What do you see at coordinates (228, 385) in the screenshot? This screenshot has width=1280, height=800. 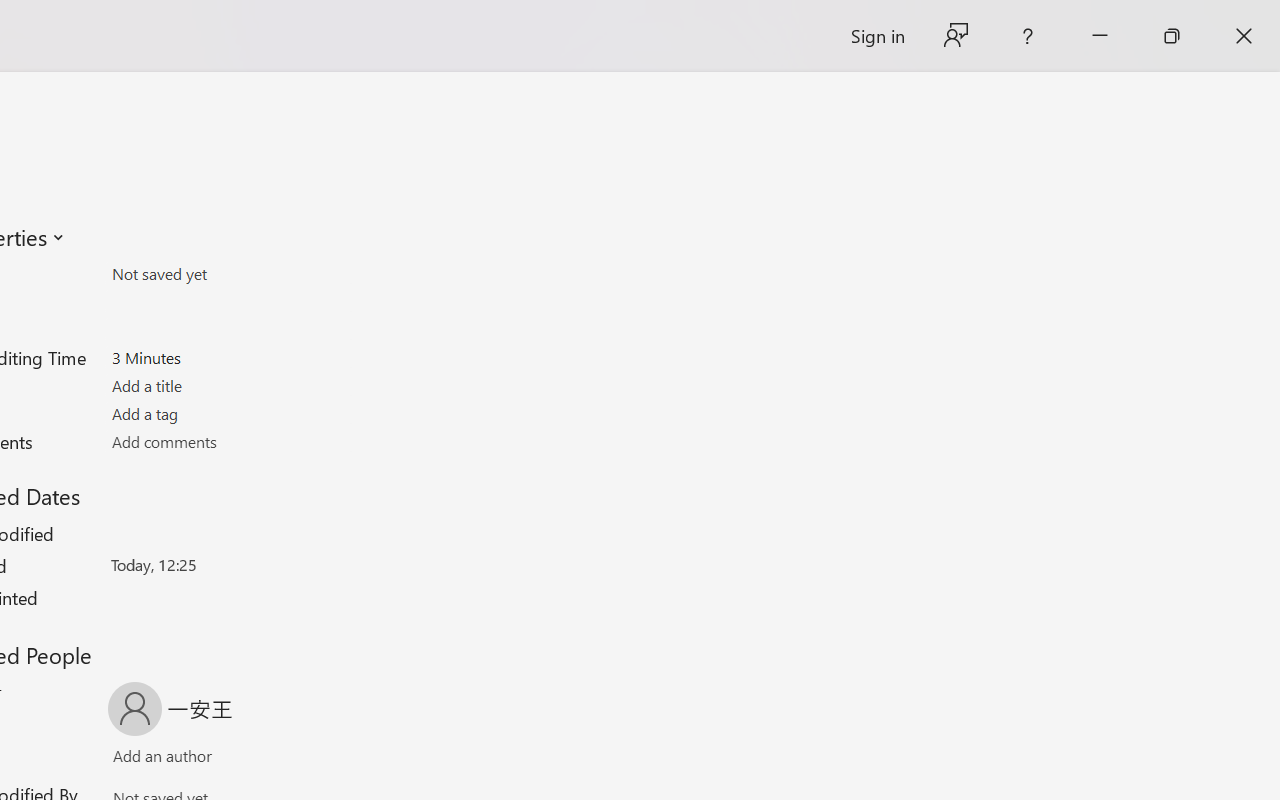 I see `'Title'` at bounding box center [228, 385].